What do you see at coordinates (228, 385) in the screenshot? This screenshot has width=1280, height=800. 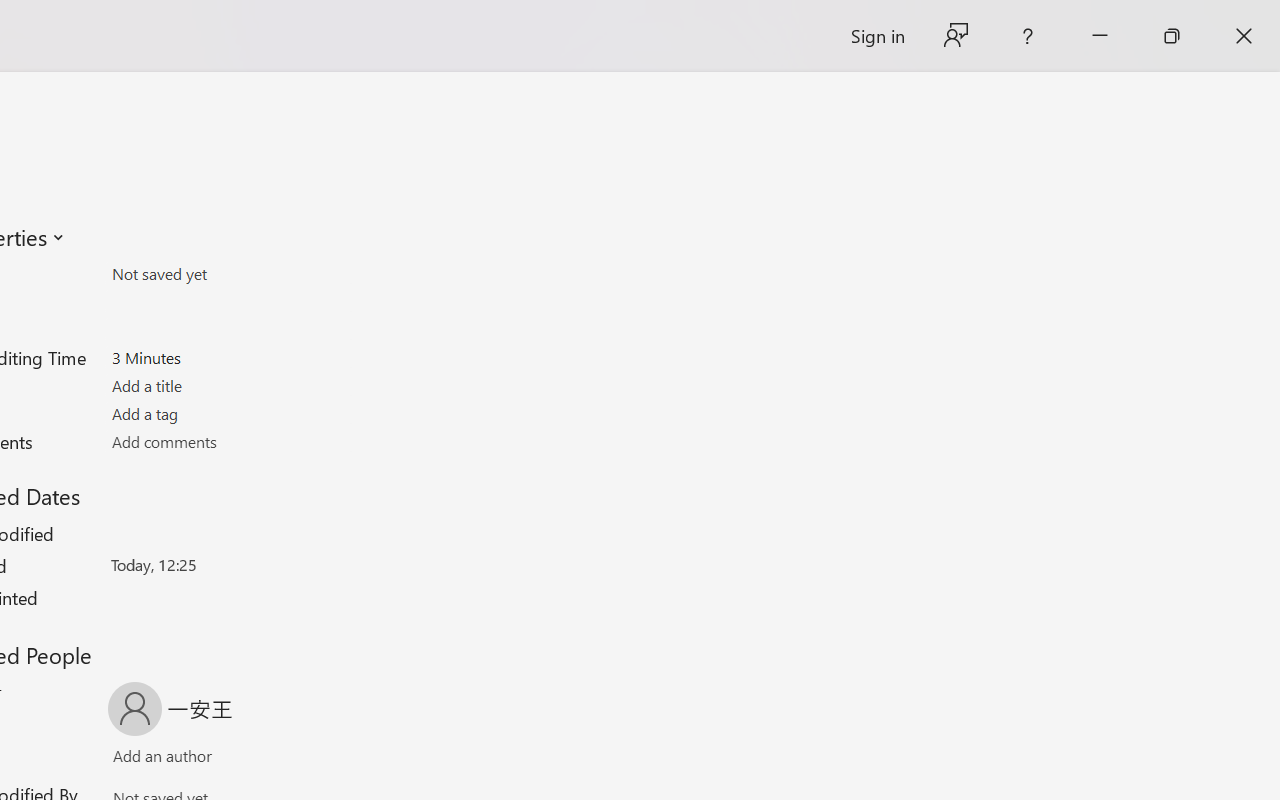 I see `'Title'` at bounding box center [228, 385].